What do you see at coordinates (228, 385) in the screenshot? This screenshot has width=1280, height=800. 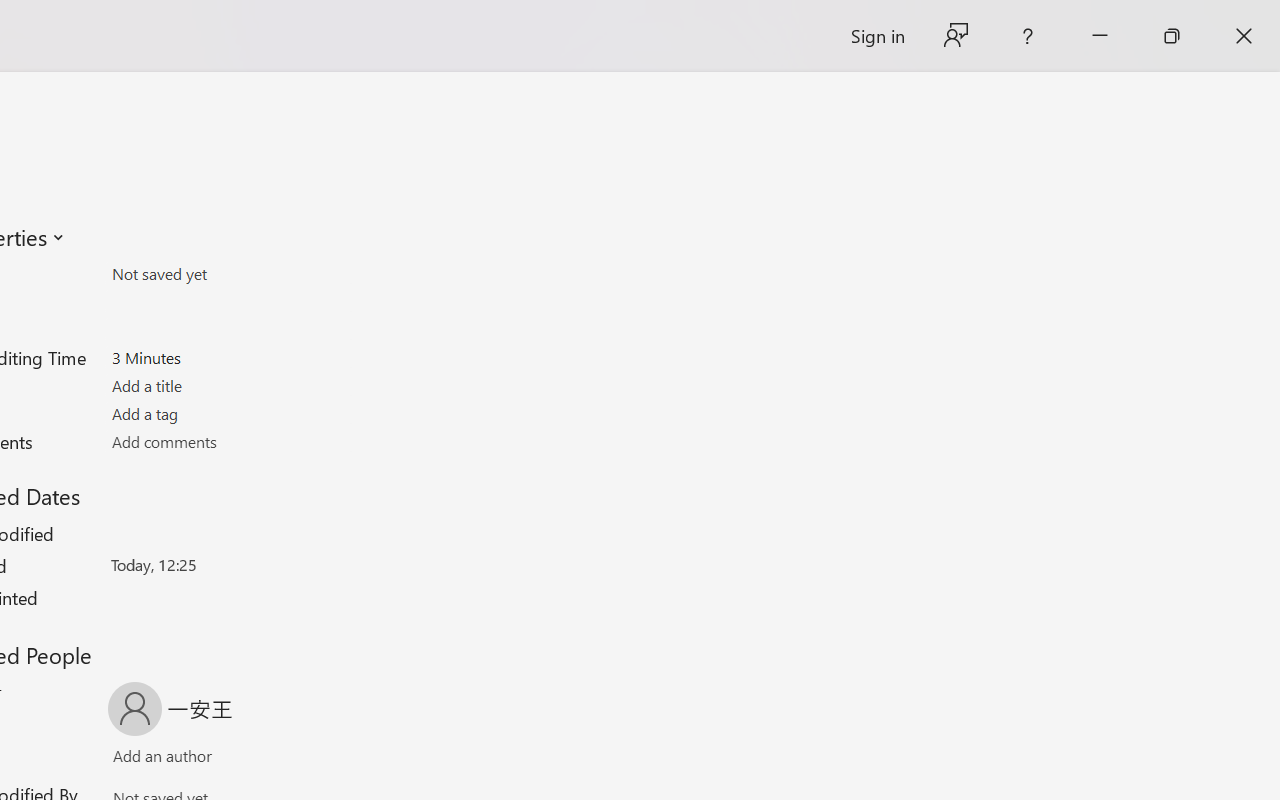 I see `'Title'` at bounding box center [228, 385].